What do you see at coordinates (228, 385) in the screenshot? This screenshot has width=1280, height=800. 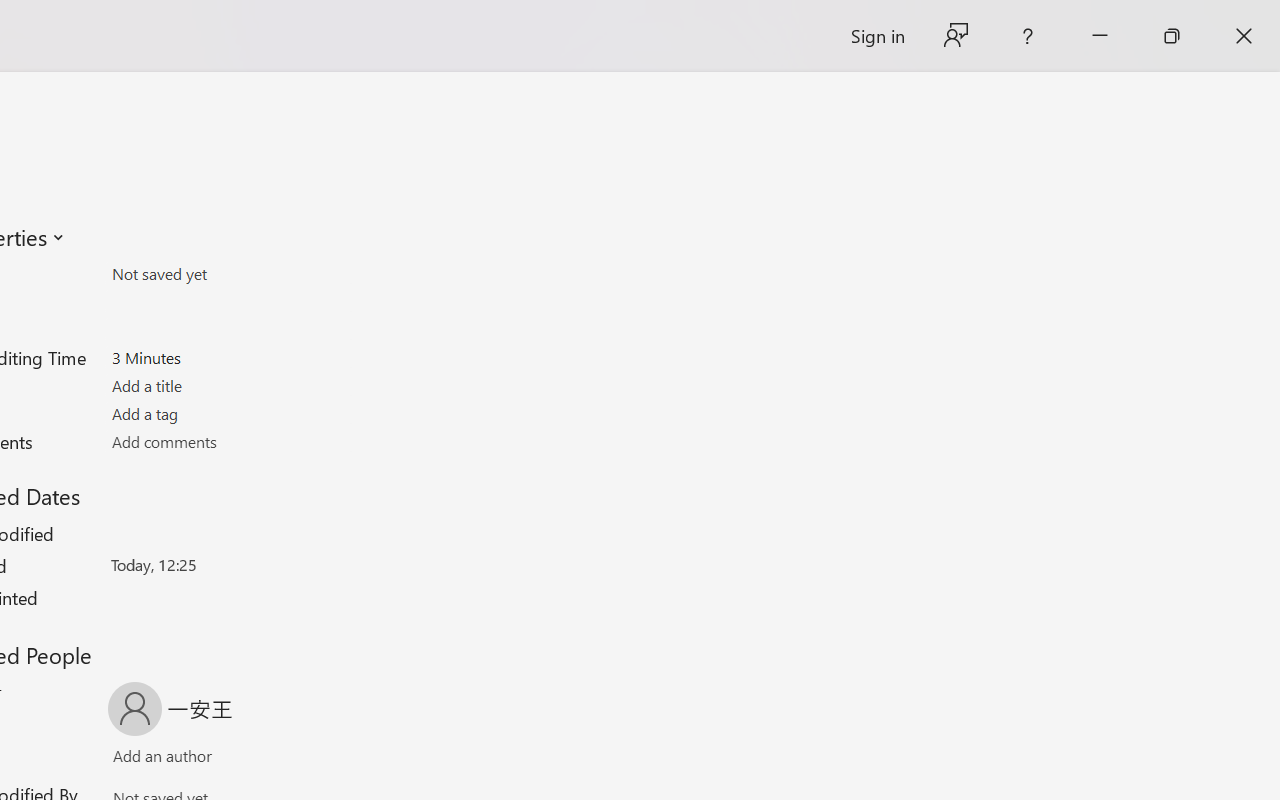 I see `'Title'` at bounding box center [228, 385].